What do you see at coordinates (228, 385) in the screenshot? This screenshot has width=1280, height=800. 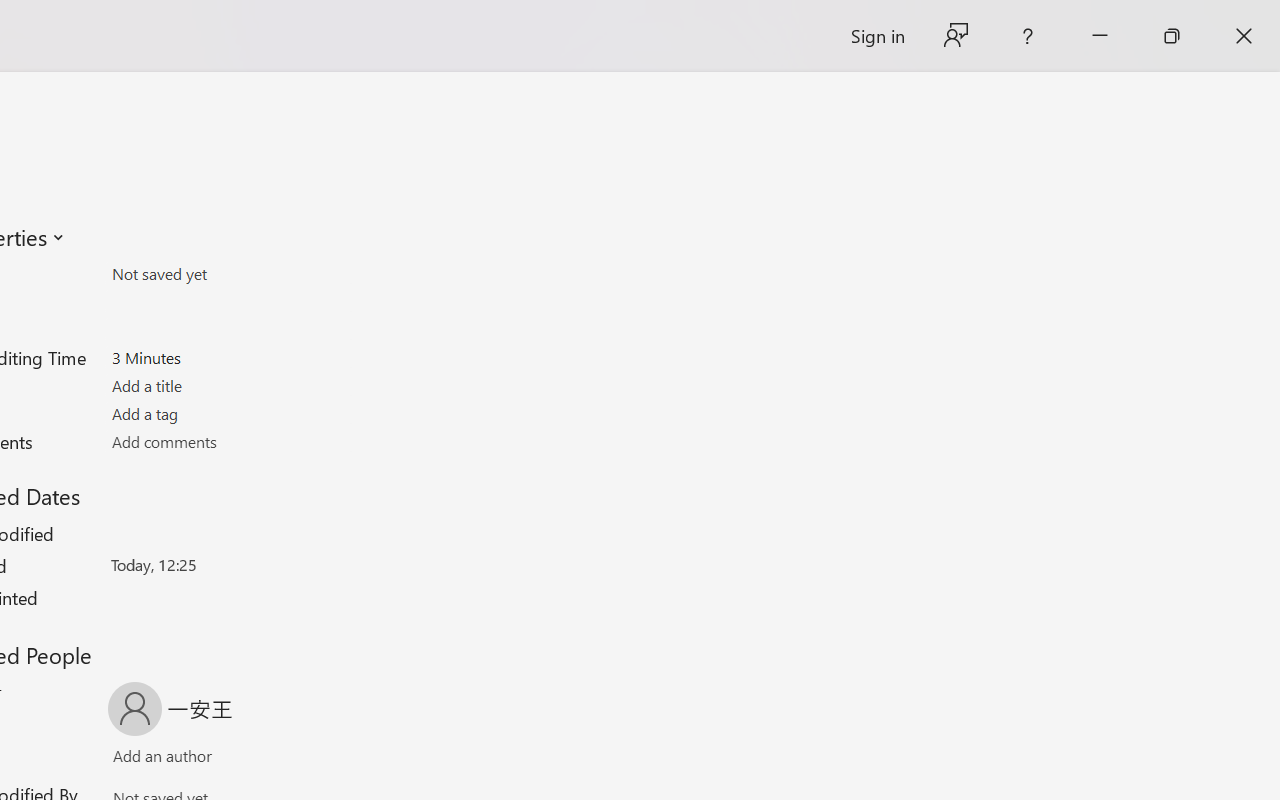 I see `'Title'` at bounding box center [228, 385].